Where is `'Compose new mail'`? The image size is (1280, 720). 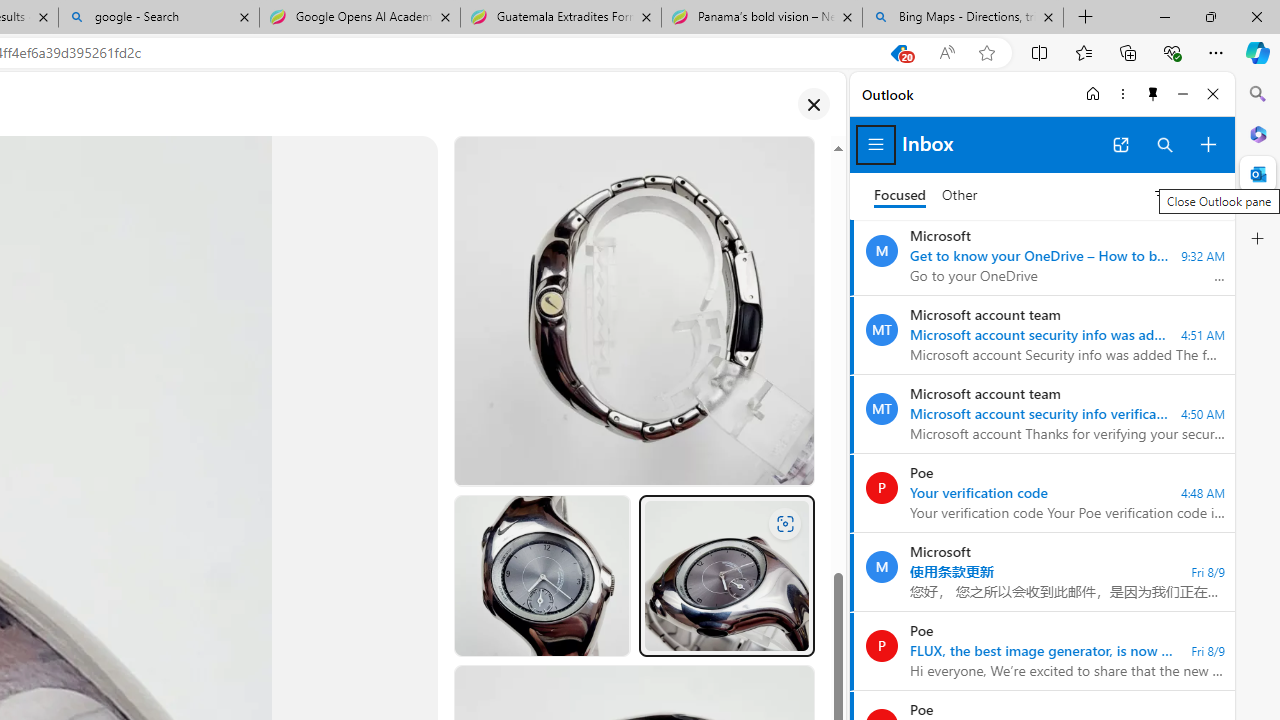 'Compose new mail' is located at coordinates (1207, 144).